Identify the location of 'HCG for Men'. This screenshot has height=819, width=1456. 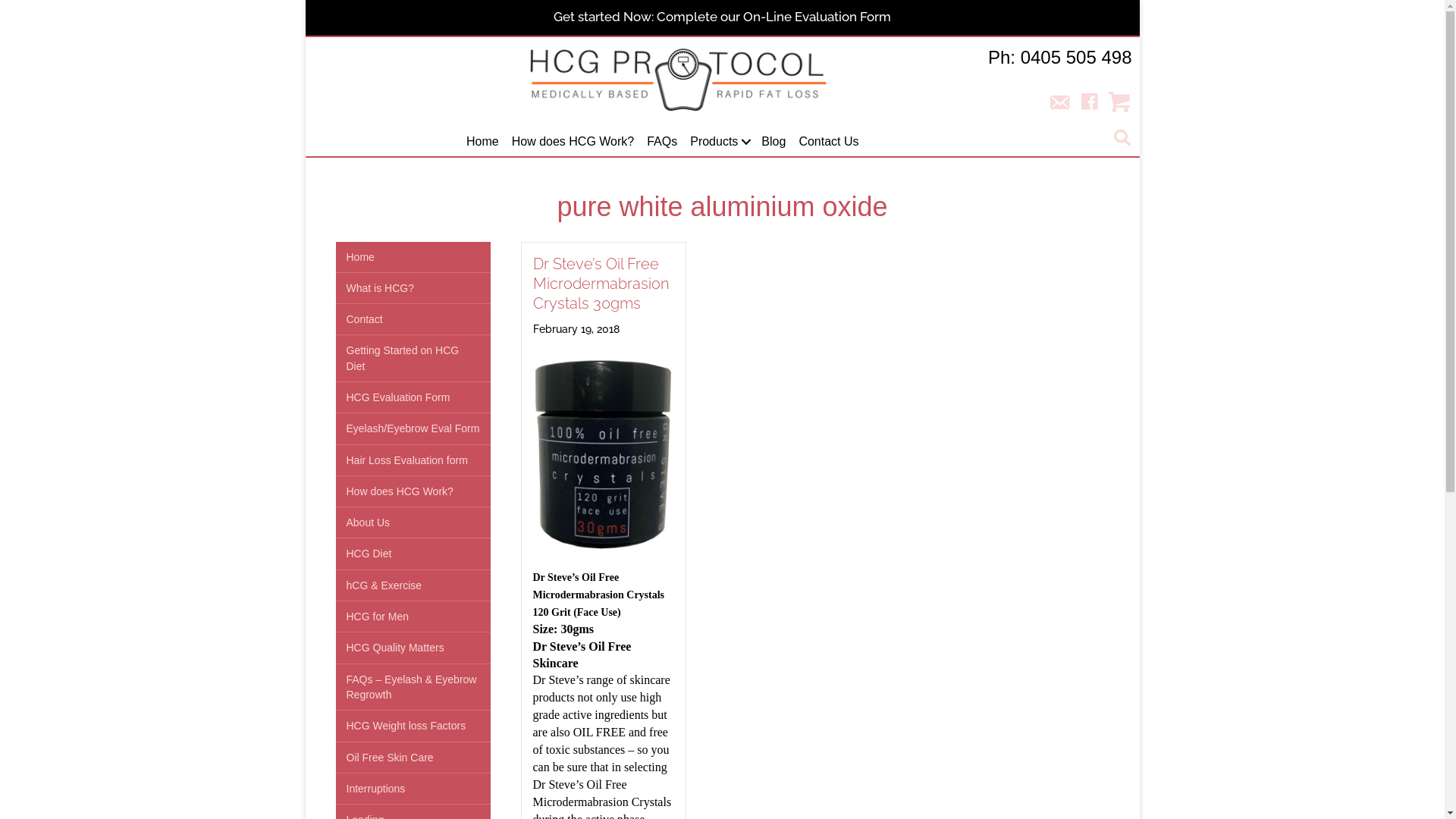
(334, 617).